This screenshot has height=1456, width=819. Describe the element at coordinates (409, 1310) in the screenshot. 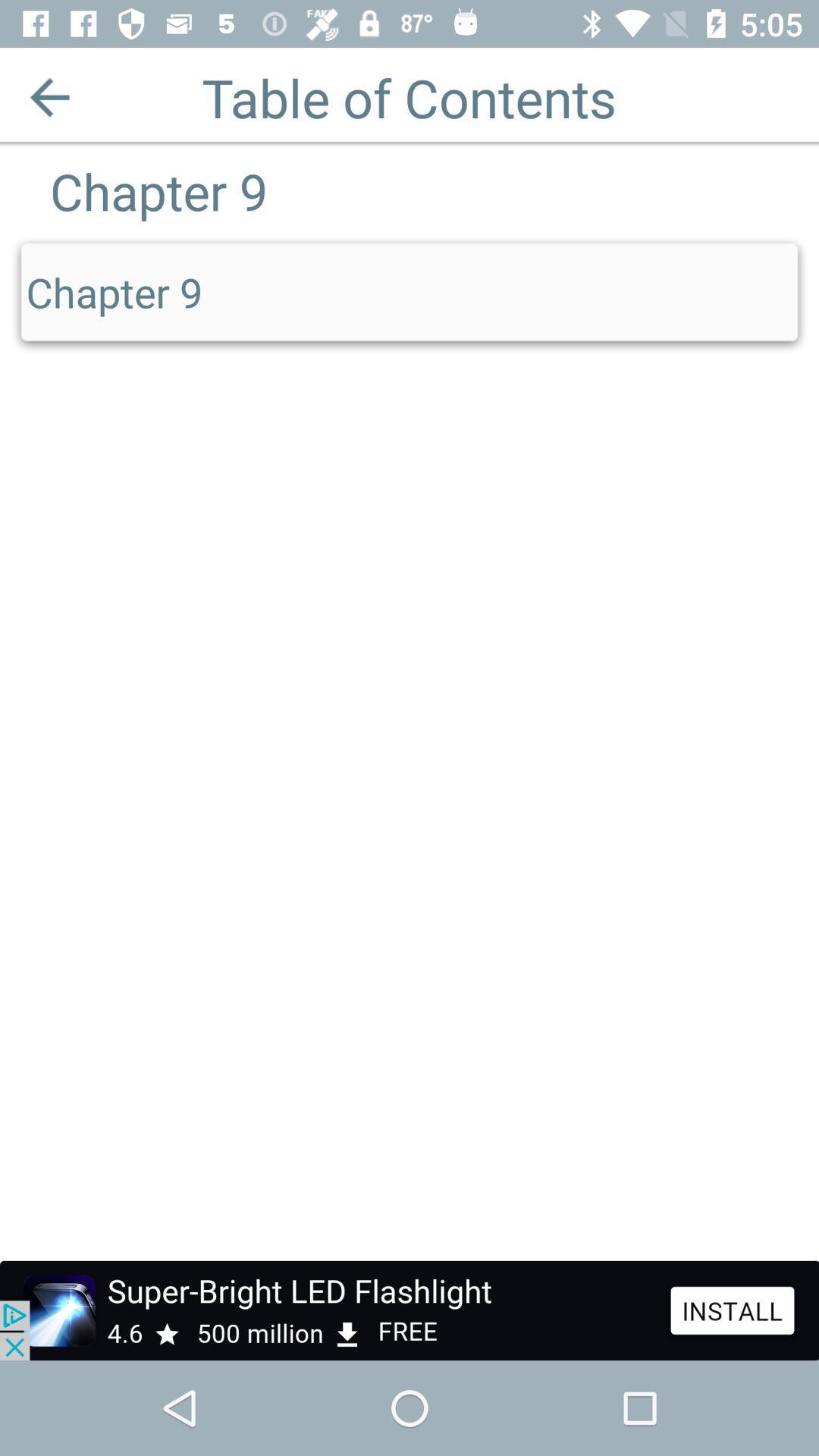

I see `advertisement page` at that location.